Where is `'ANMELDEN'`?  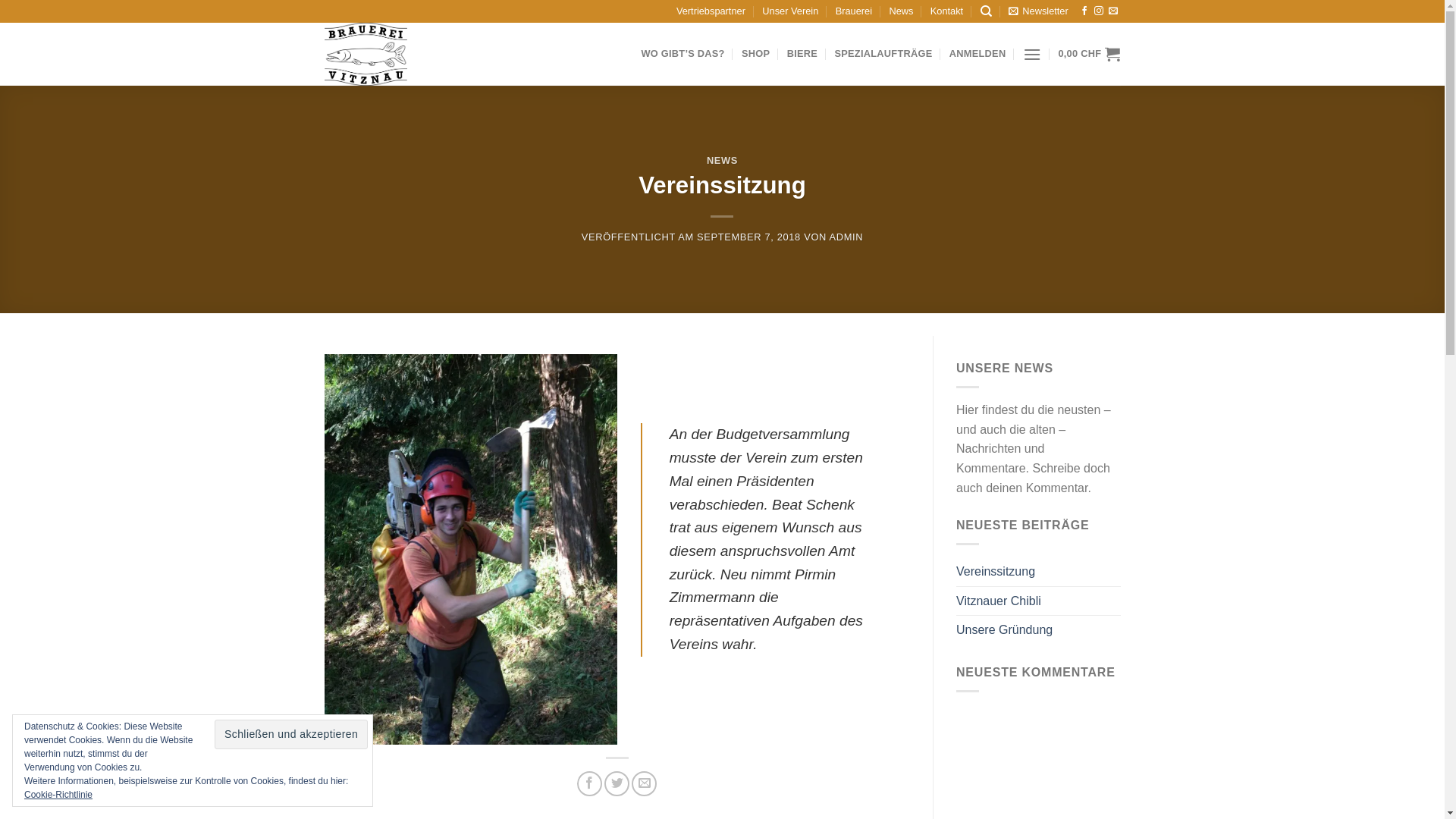 'ANMELDEN' is located at coordinates (977, 52).